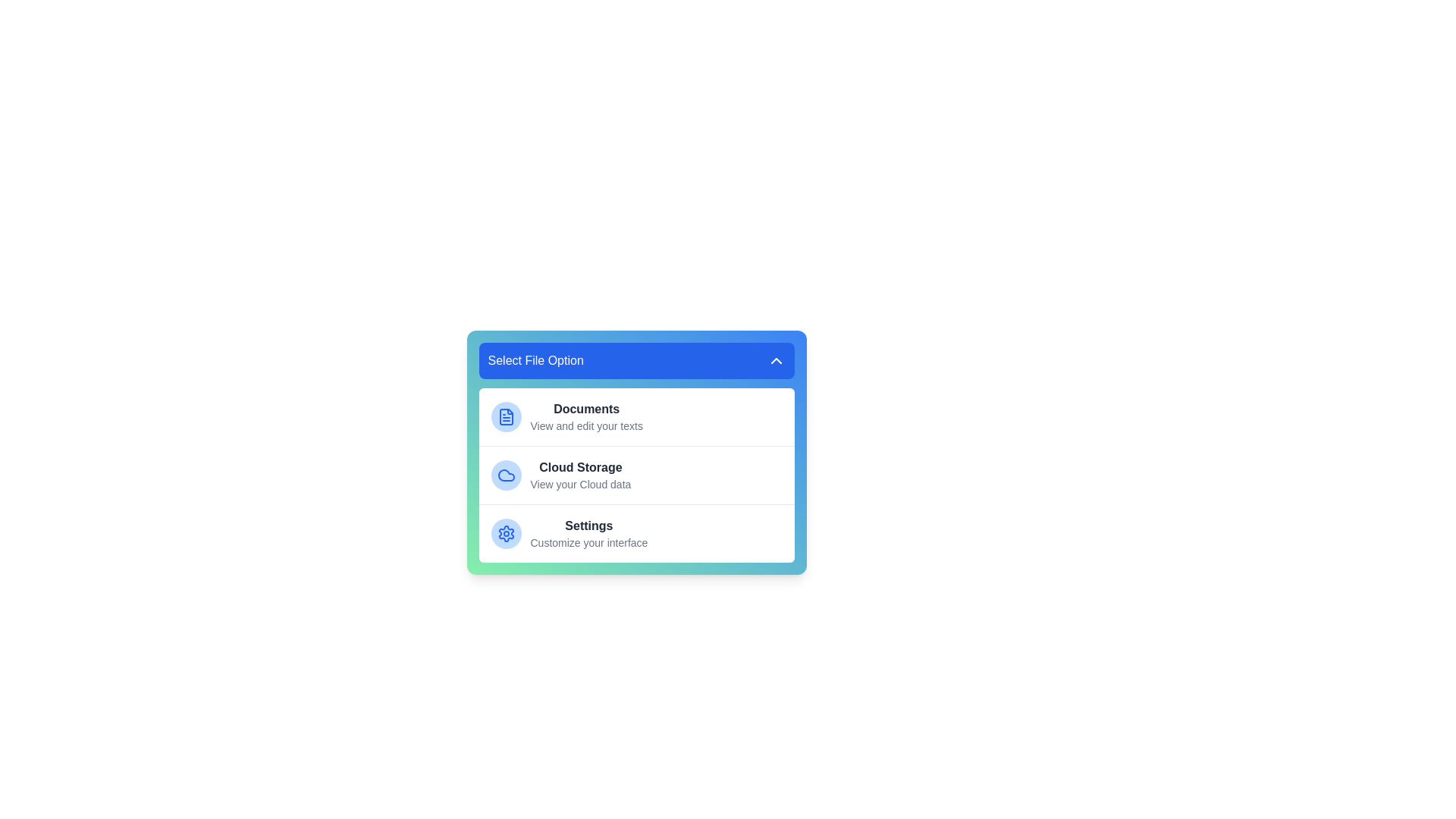 The image size is (1456, 819). Describe the element at coordinates (506, 417) in the screenshot. I see `the small blue outlined document icon located to the left of the 'Documents' text label` at that location.